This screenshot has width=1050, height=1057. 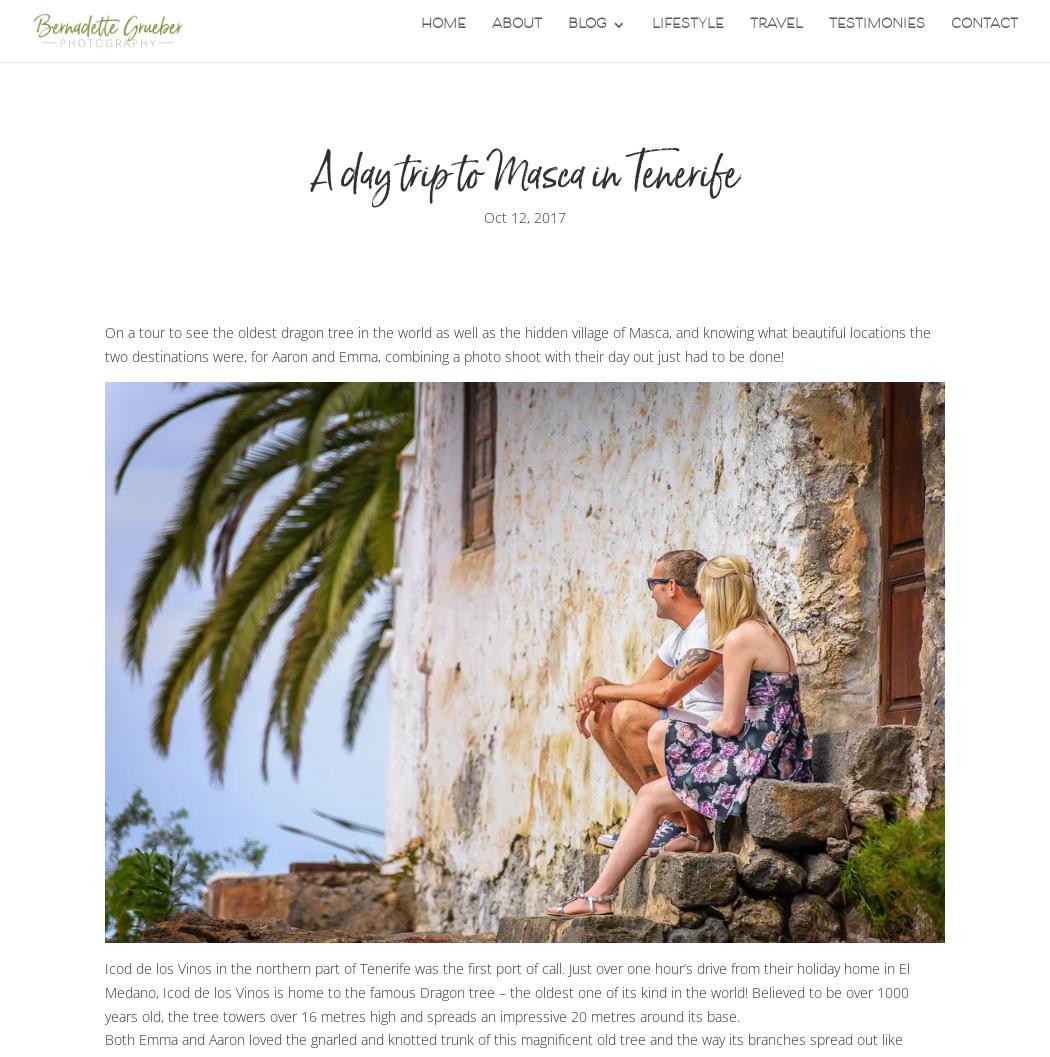 What do you see at coordinates (311, 175) in the screenshot?
I see `'A day trip to Masca in Tenerife'` at bounding box center [311, 175].